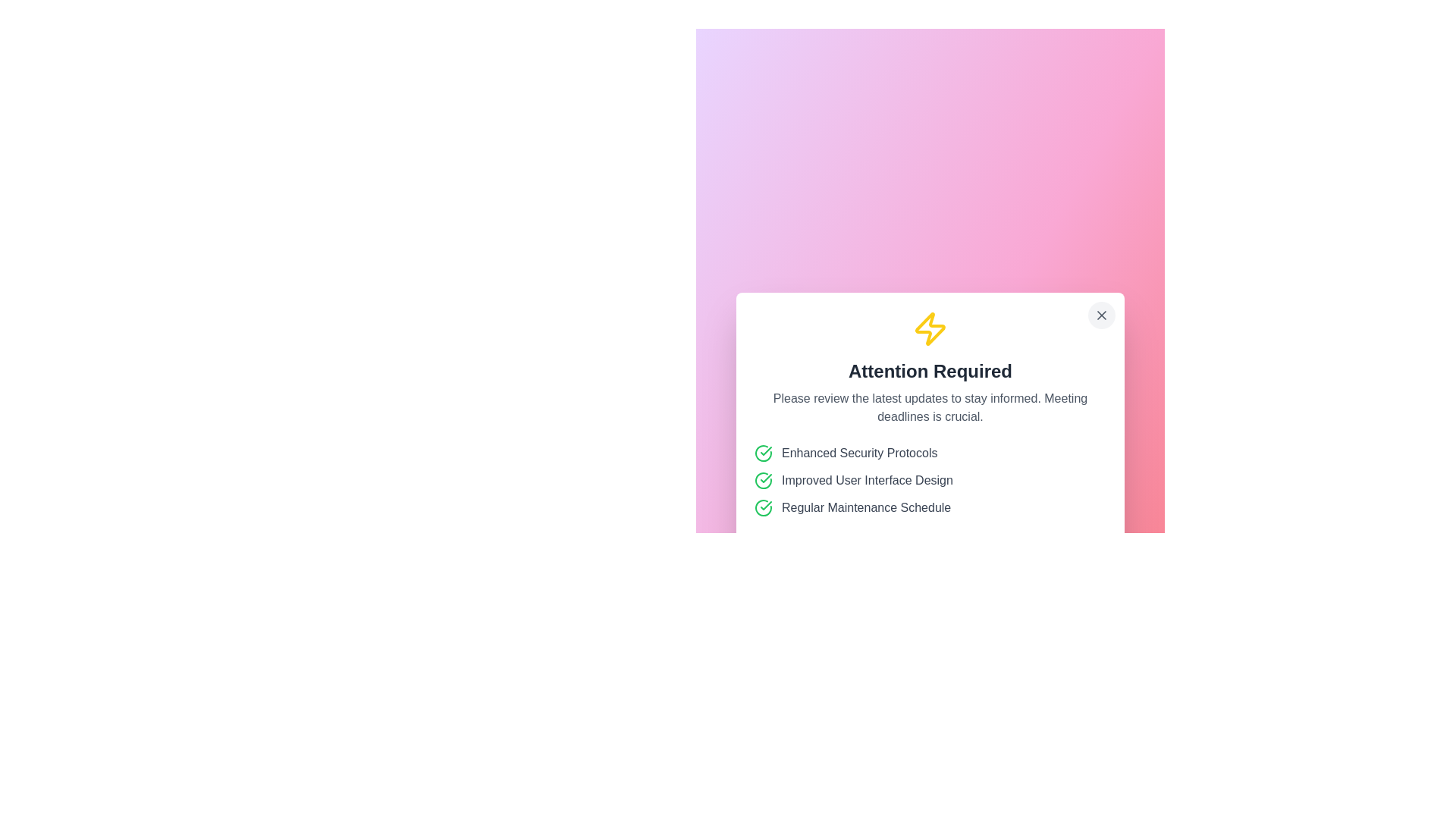 This screenshot has height=819, width=1456. Describe the element at coordinates (1102, 315) in the screenshot. I see `the close button located at the top-right corner of the modal dialog with a shadowed white background` at that location.